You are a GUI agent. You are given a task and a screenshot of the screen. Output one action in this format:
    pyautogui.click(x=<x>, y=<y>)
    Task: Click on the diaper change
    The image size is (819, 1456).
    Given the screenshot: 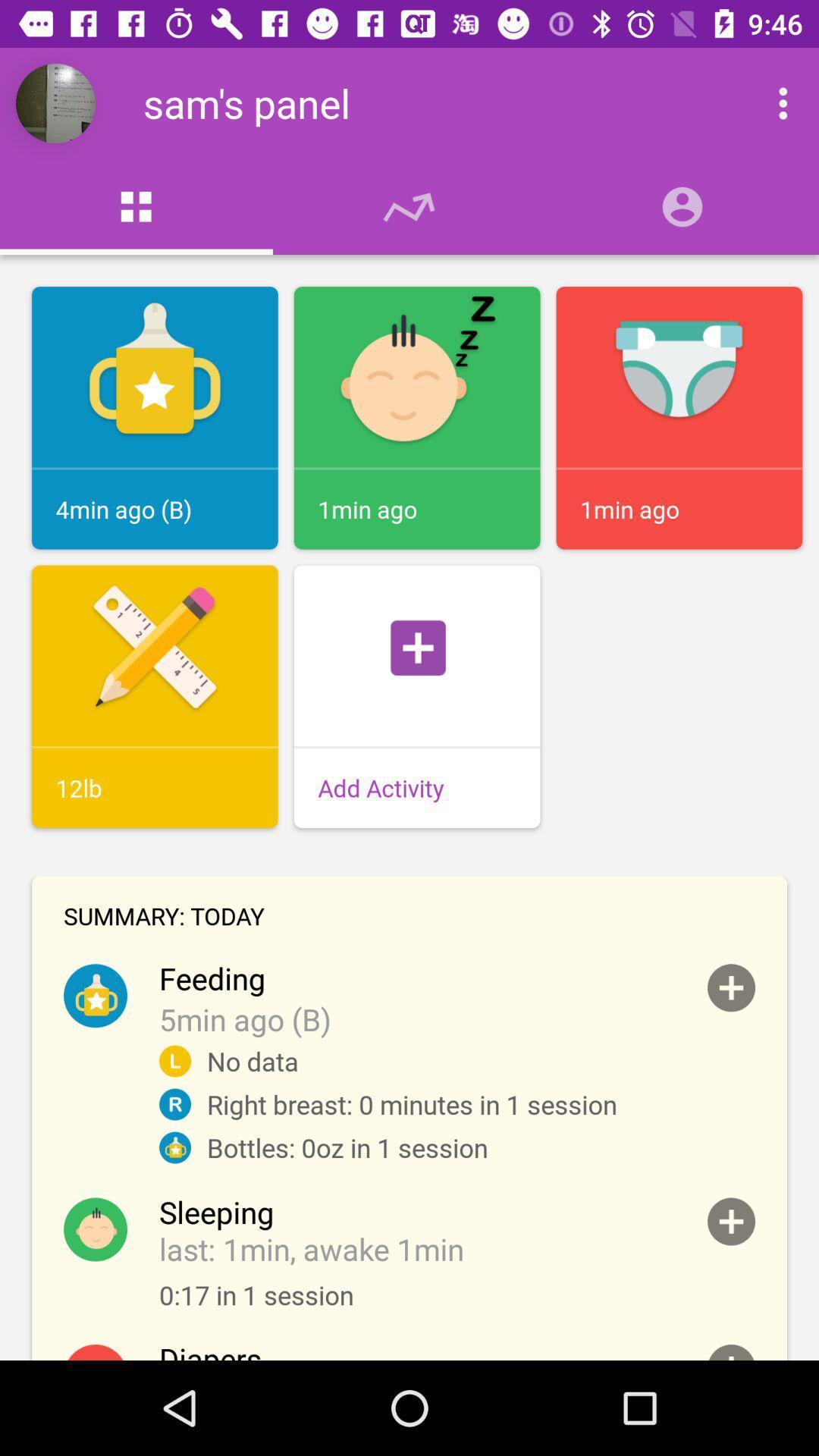 What is the action you would take?
    pyautogui.click(x=730, y=1352)
    